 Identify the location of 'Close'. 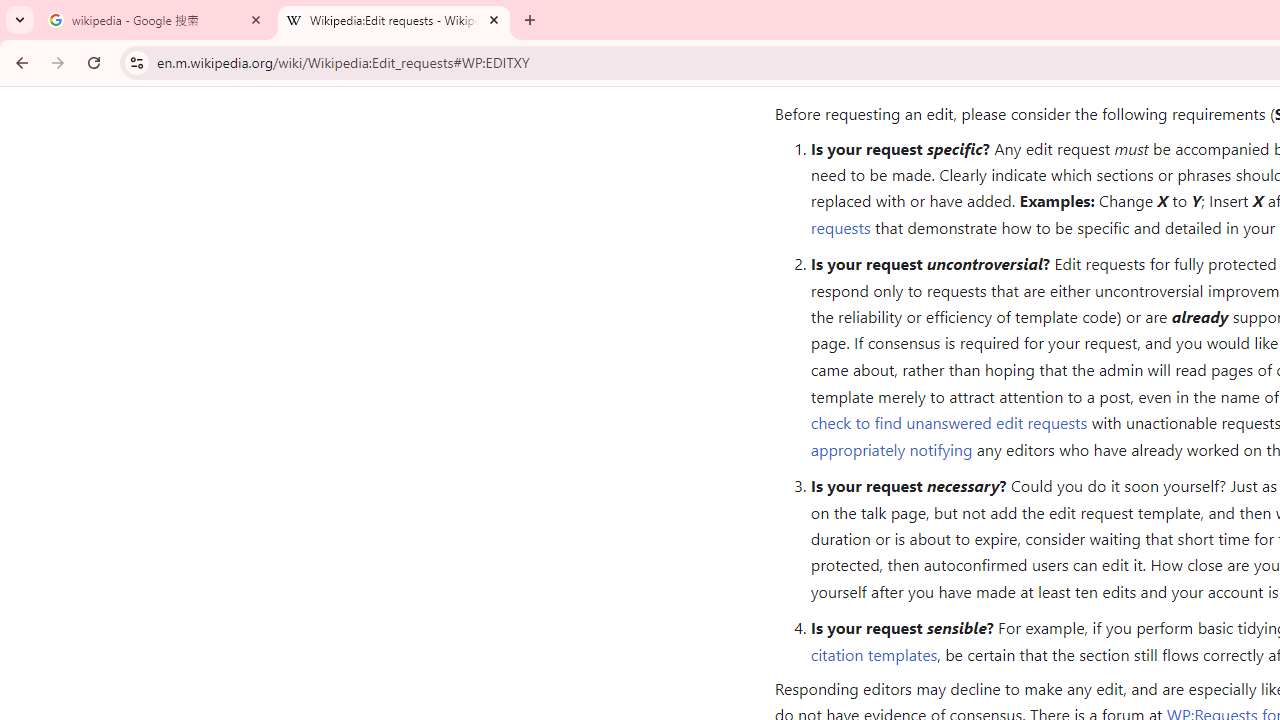
(494, 19).